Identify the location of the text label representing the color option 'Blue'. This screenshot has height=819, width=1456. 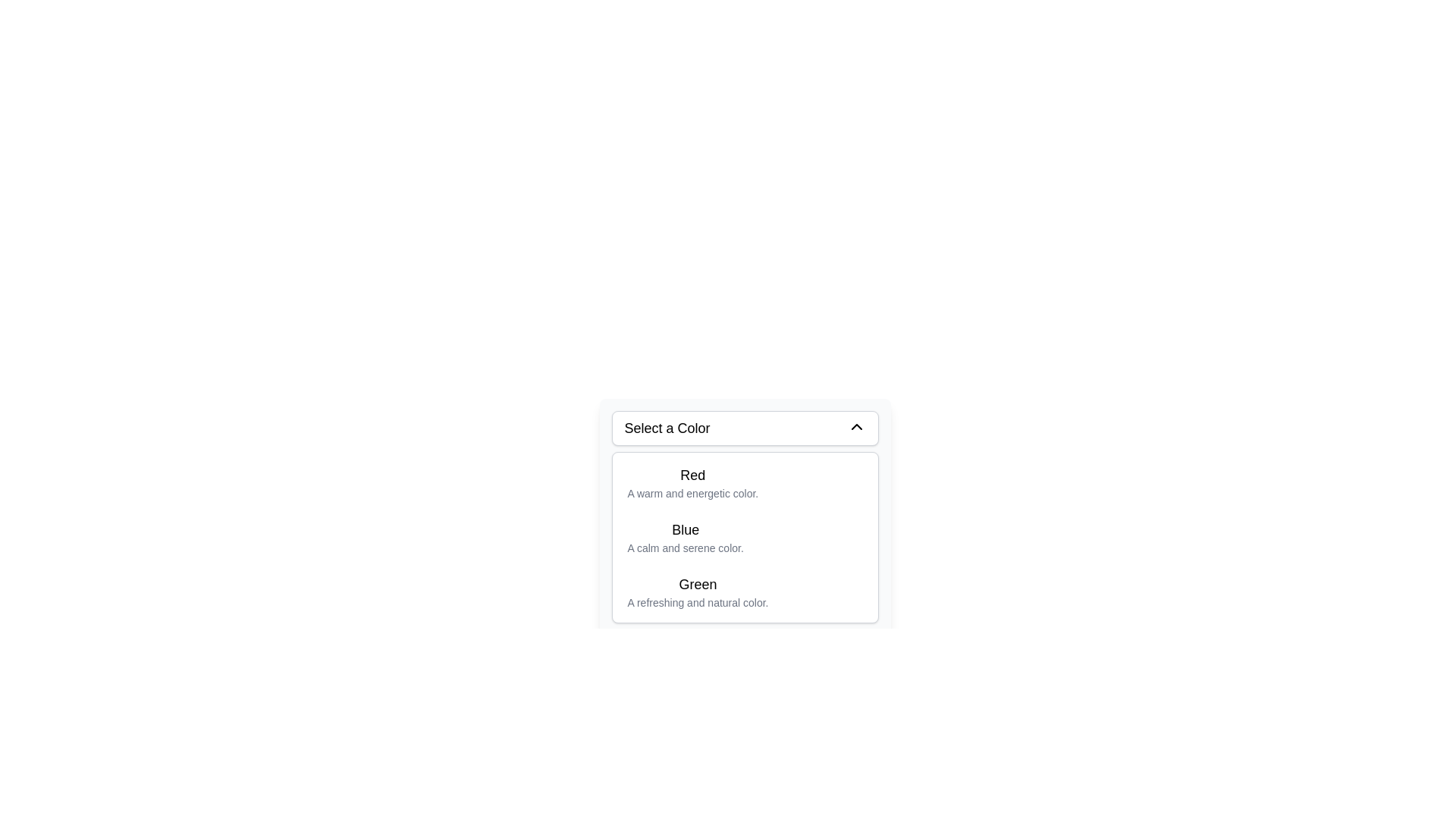
(684, 529).